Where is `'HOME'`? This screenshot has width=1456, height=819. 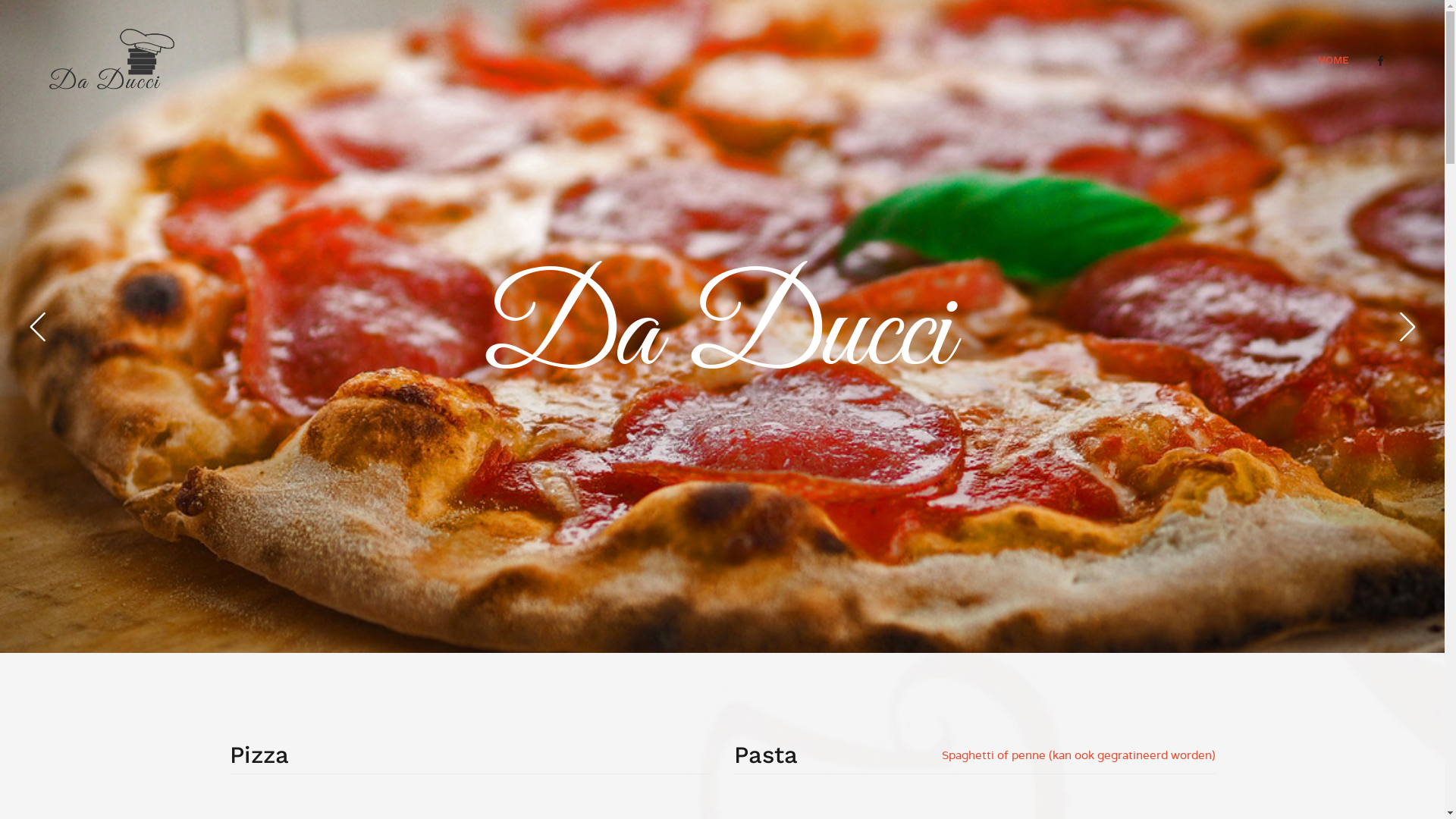 'HOME' is located at coordinates (1304, 58).